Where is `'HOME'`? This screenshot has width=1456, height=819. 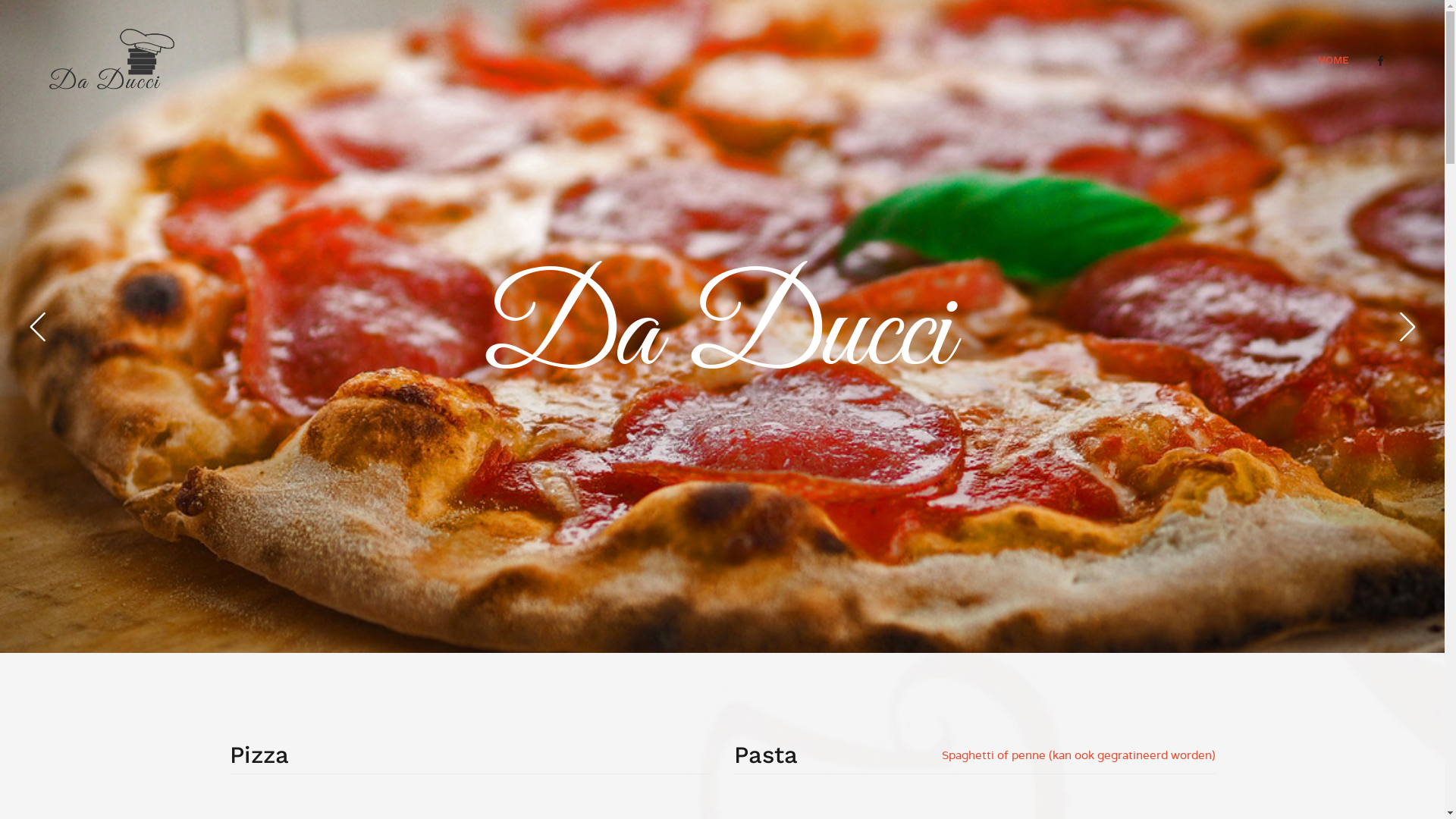 'HOME' is located at coordinates (1304, 58).